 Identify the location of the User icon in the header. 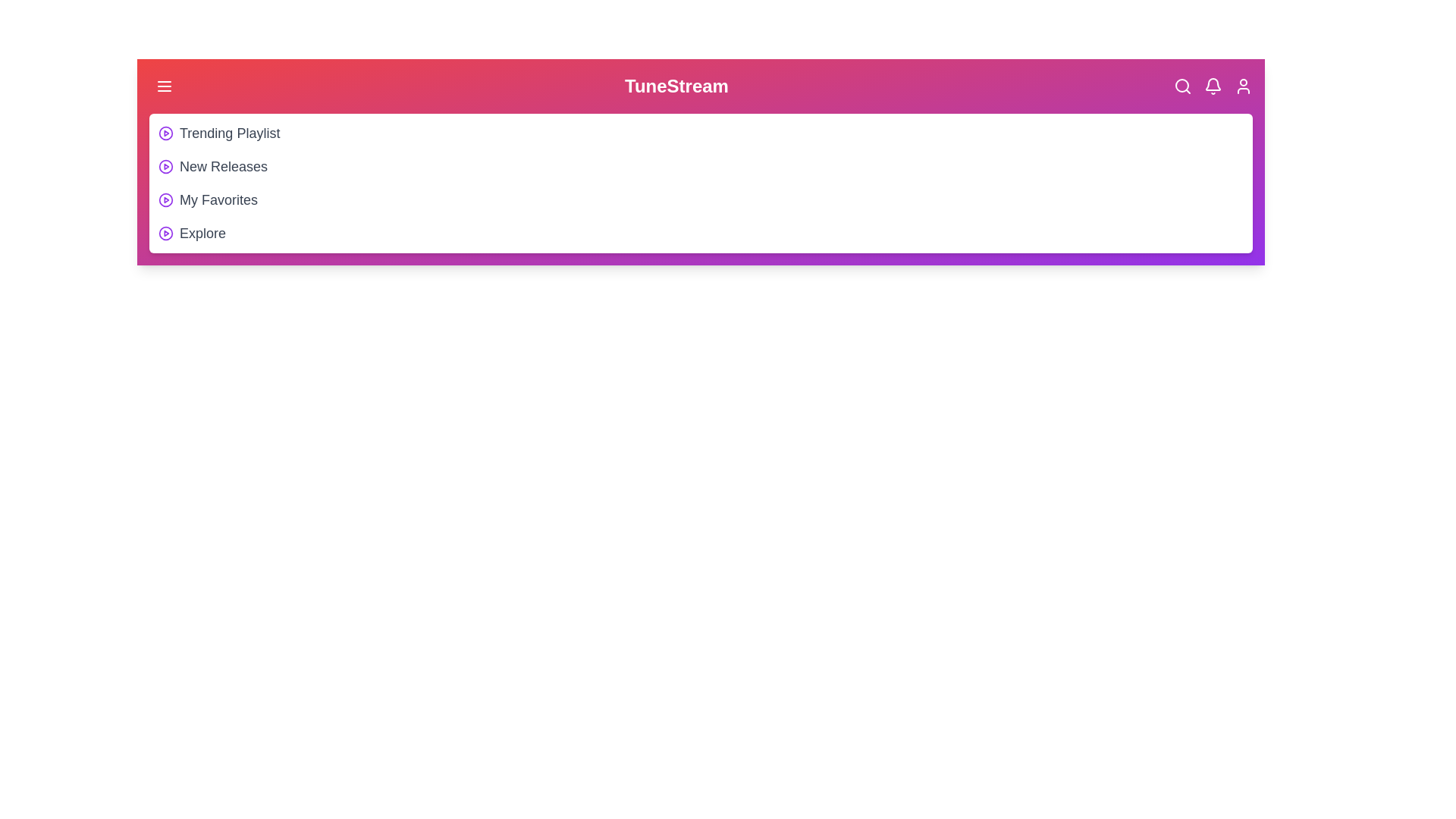
(1244, 86).